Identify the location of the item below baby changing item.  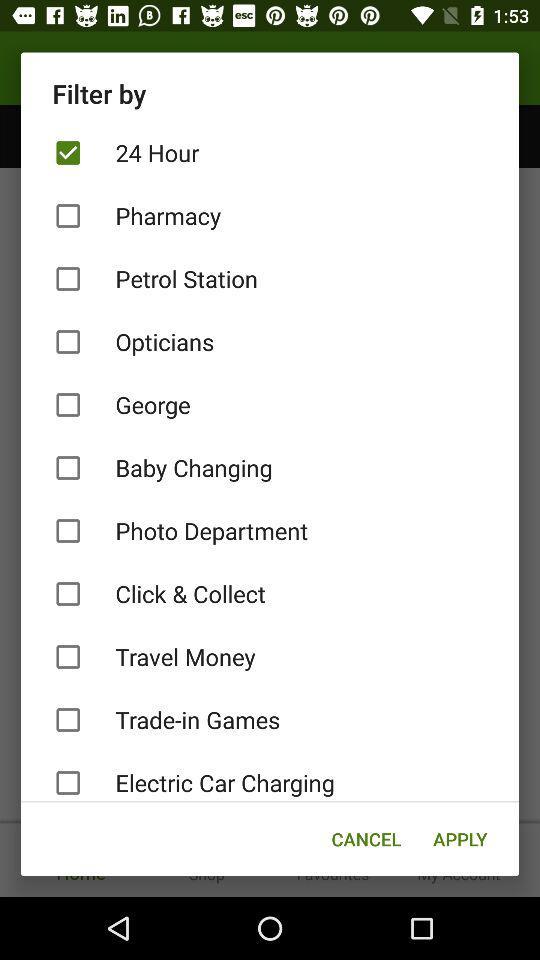
(270, 529).